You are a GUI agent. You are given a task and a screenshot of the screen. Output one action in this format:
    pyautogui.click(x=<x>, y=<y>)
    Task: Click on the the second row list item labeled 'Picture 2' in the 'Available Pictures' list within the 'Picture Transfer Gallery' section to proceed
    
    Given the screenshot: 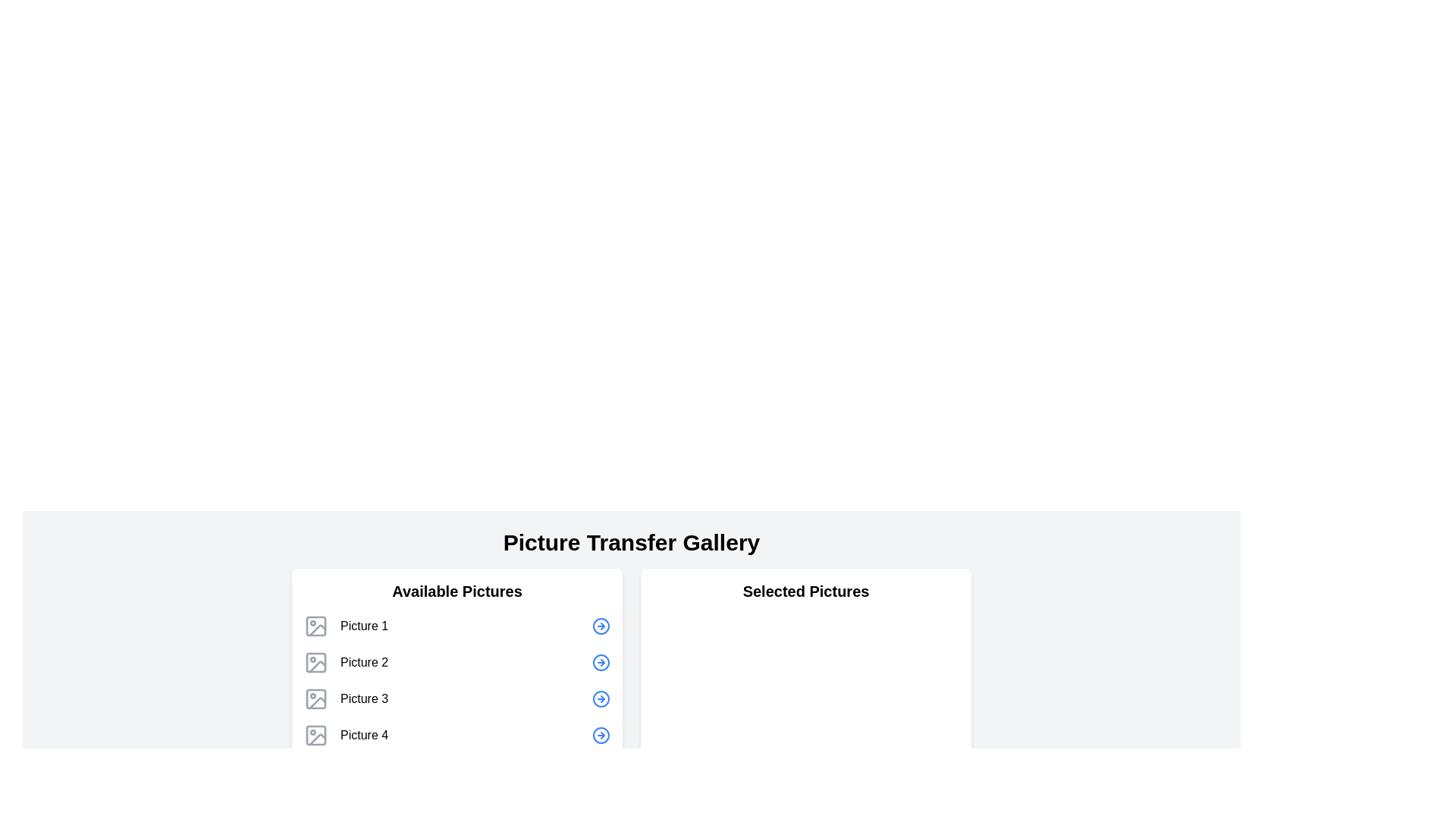 What is the action you would take?
    pyautogui.click(x=457, y=662)
    